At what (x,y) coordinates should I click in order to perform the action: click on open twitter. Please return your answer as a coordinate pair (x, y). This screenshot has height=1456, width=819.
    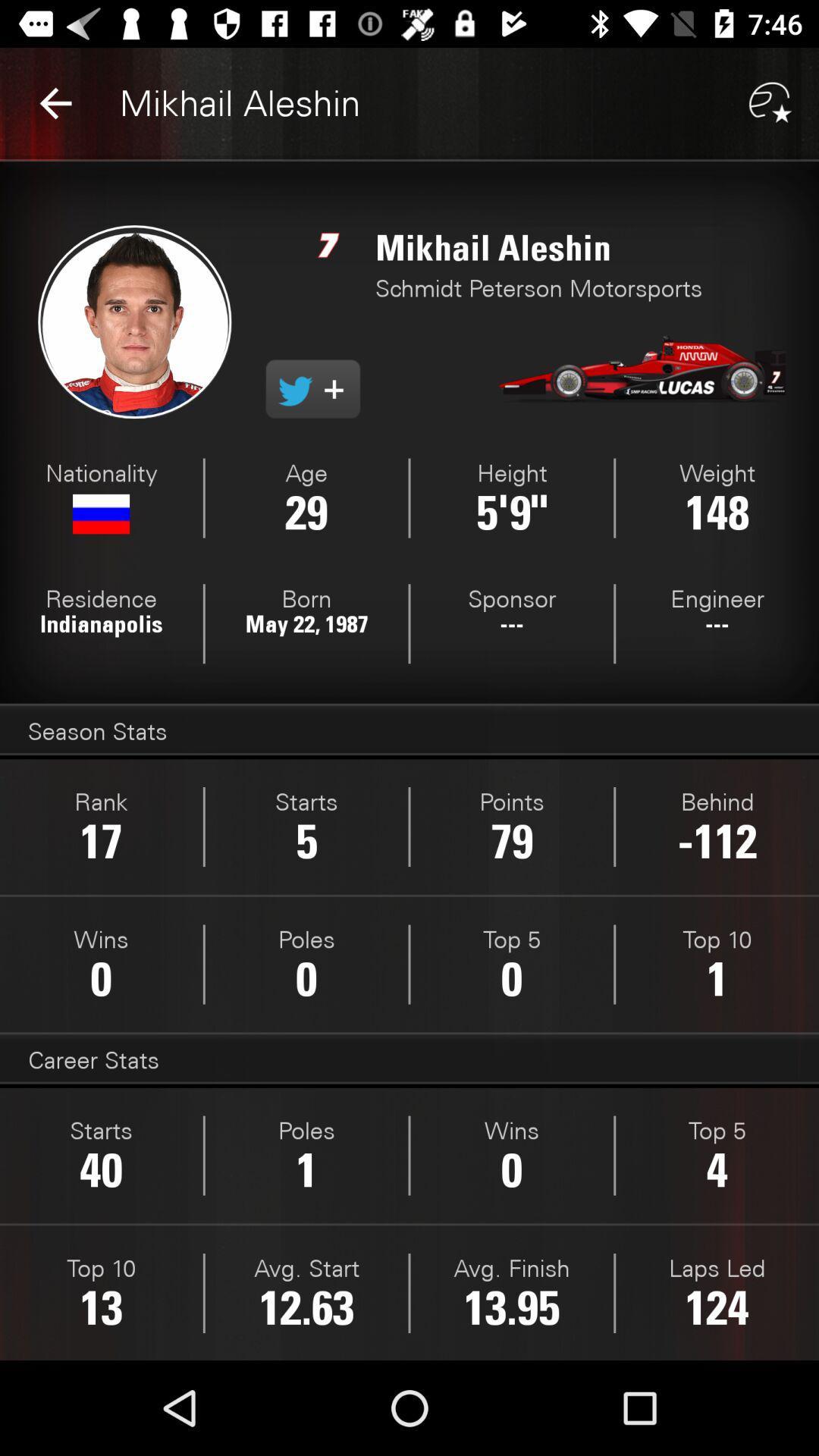
    Looking at the image, I should click on (312, 389).